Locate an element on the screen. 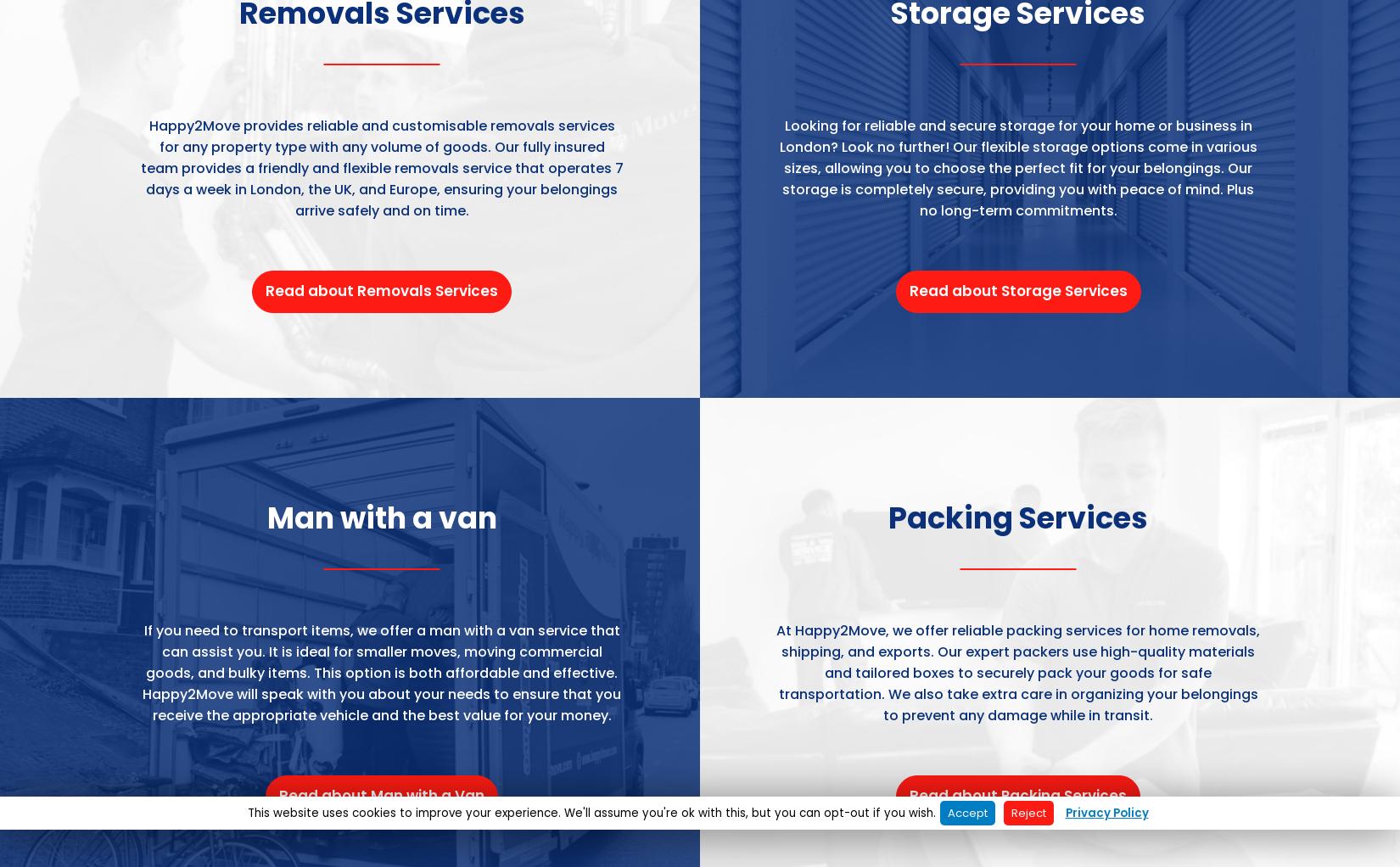 The height and width of the screenshot is (867, 1400). 'Man with a van' is located at coordinates (380, 517).